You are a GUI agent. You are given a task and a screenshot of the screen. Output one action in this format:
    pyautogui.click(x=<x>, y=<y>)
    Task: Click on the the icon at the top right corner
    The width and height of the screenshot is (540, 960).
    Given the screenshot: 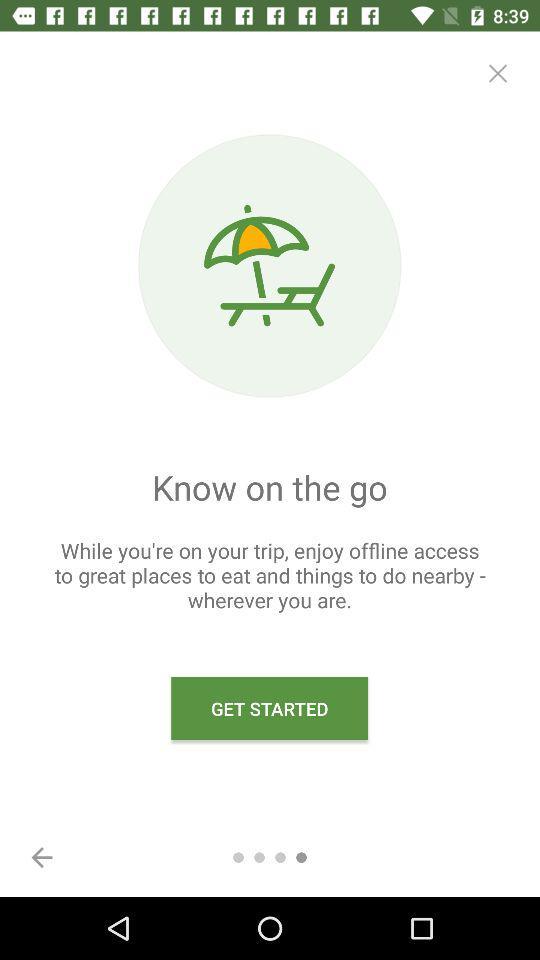 What is the action you would take?
    pyautogui.click(x=496, y=73)
    